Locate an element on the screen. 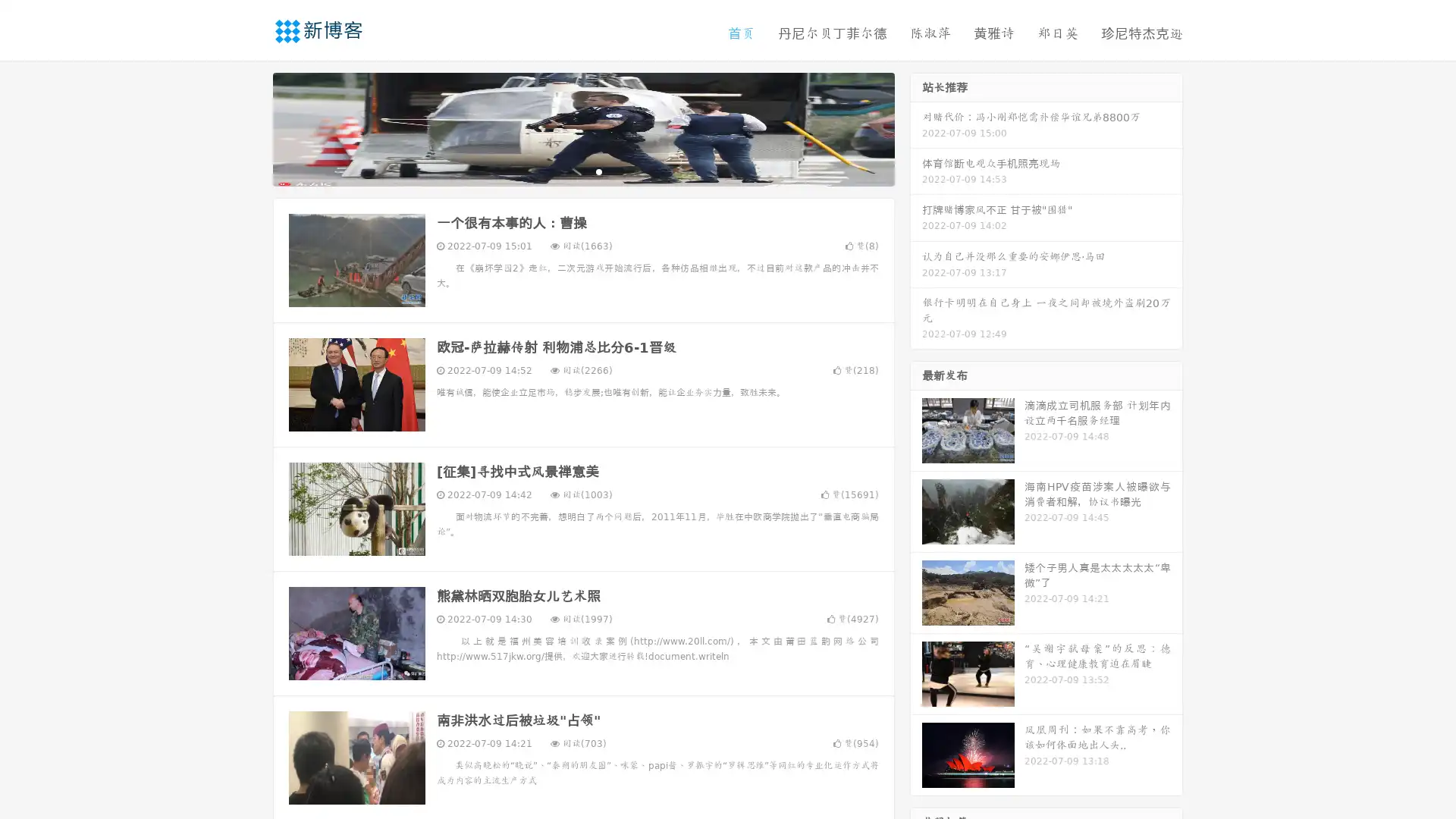  Go to slide 3 is located at coordinates (598, 171).